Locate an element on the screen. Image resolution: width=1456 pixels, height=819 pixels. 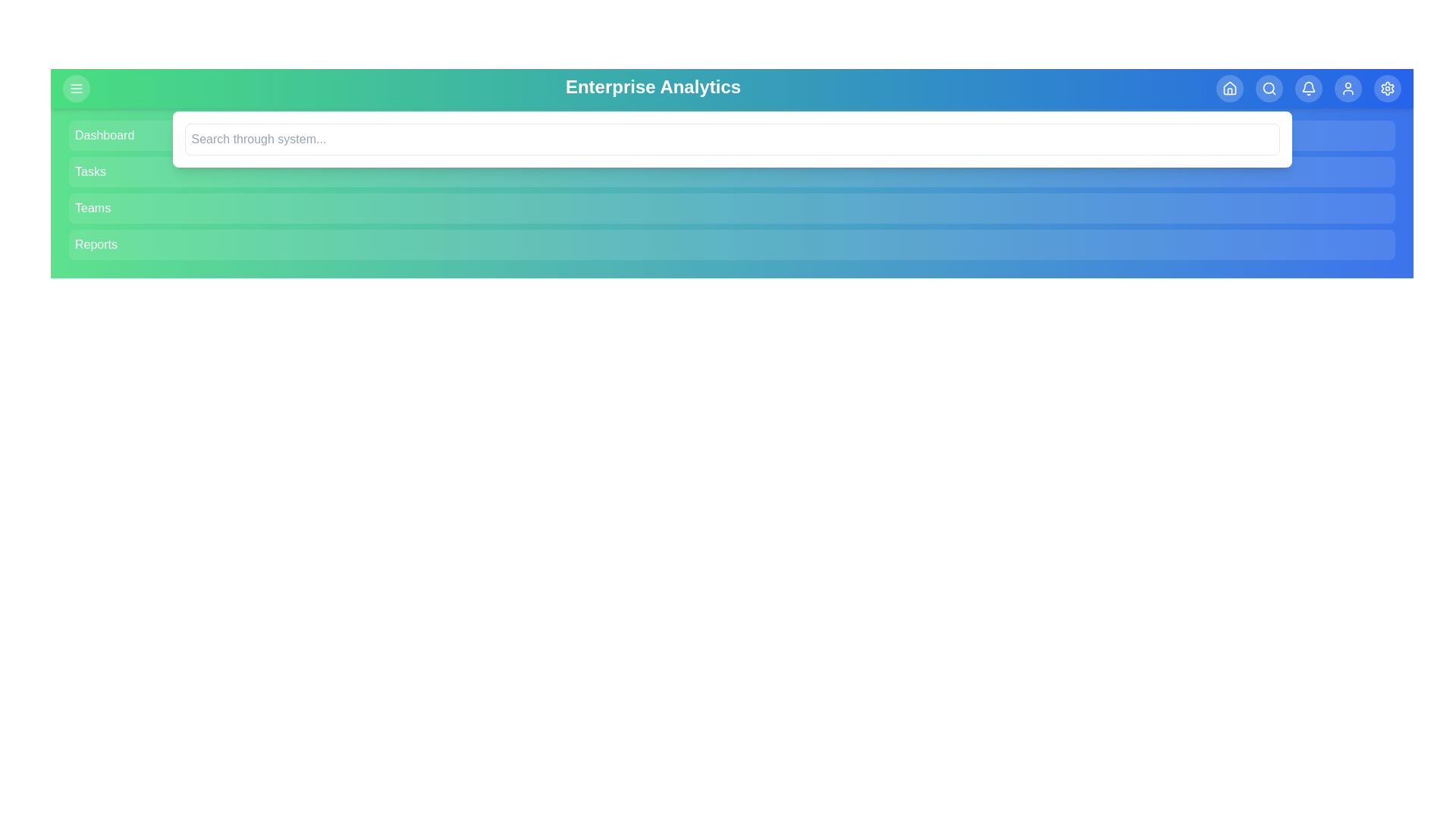
the Settings button in the header is located at coordinates (1387, 88).